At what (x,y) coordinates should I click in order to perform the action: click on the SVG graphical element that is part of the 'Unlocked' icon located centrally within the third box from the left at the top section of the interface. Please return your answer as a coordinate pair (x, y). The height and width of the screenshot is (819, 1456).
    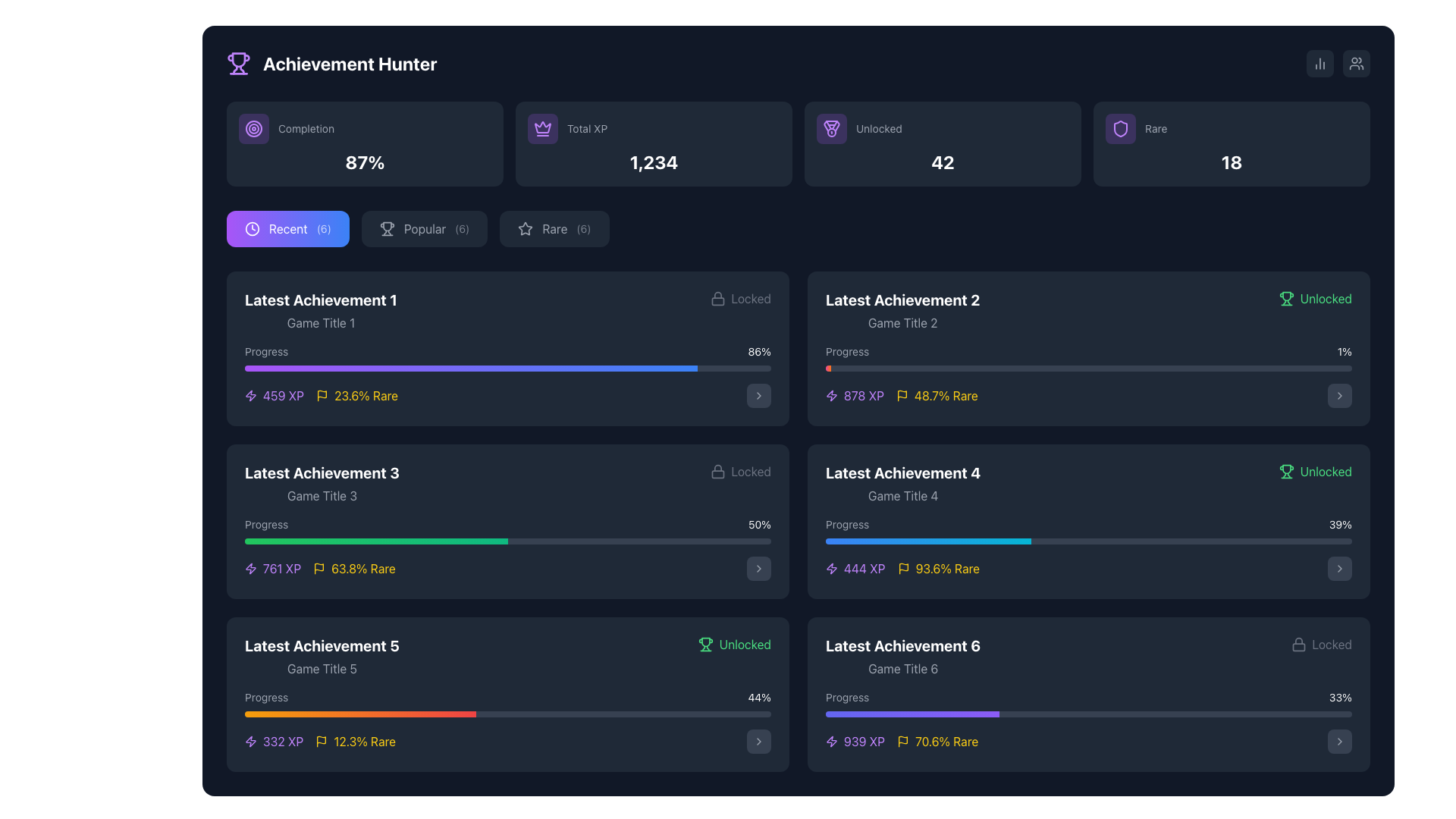
    Looking at the image, I should click on (831, 125).